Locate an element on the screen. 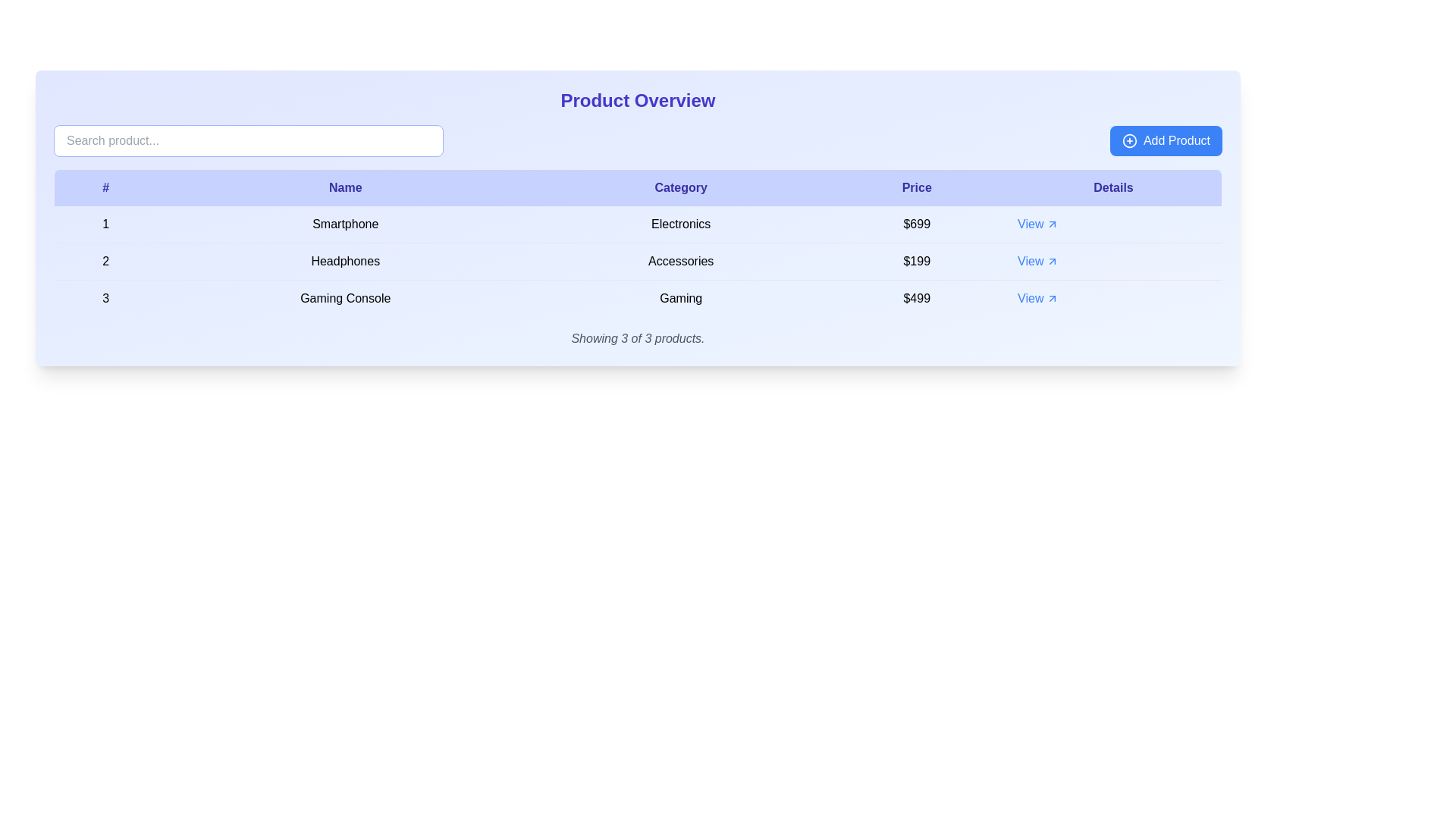 Image resolution: width=1456 pixels, height=819 pixels. text display component showing the number '1' located in the first column of the table, positioned at the top-left corner, with padding for clarity is located at coordinates (105, 224).